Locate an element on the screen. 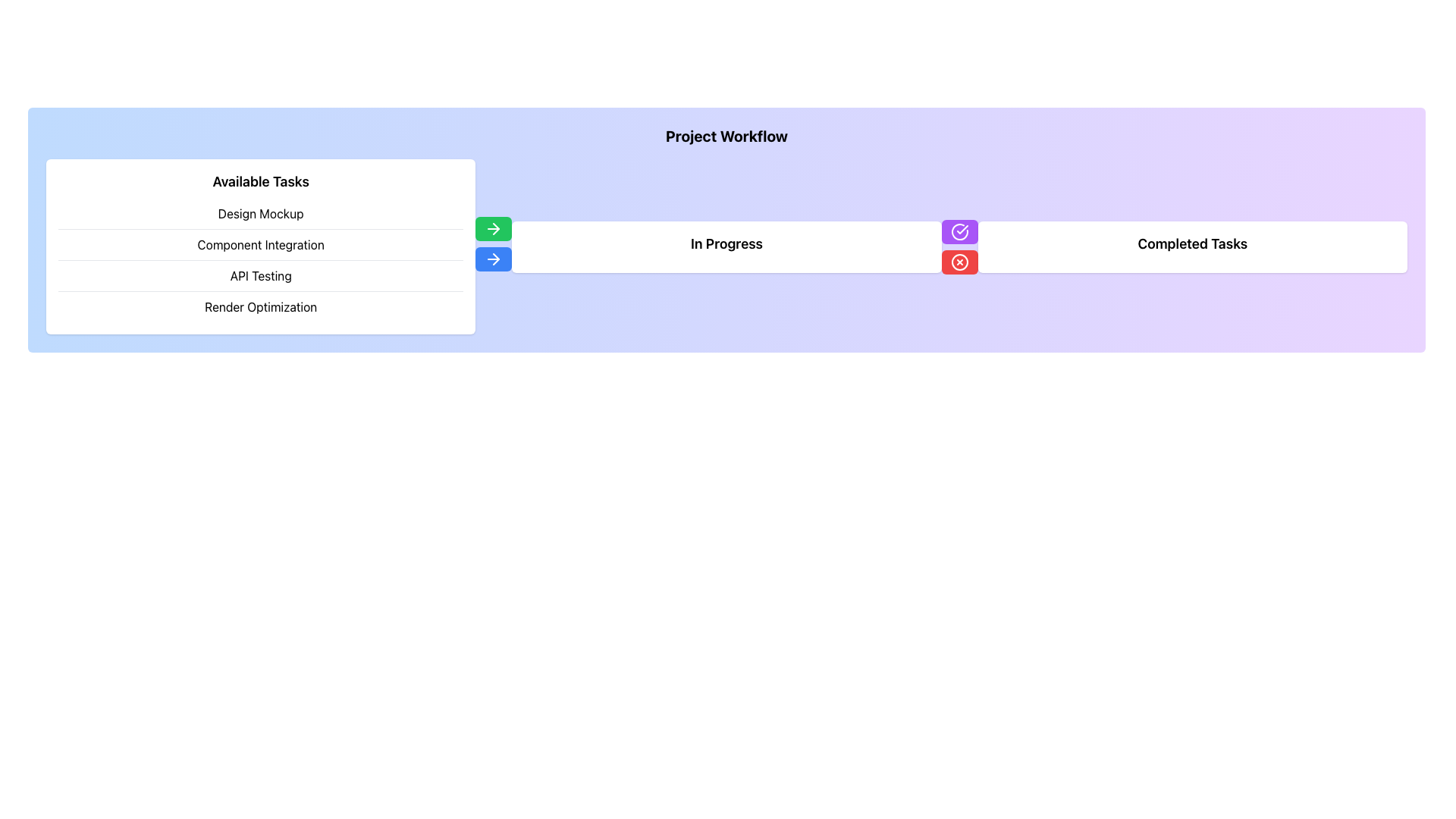  the right-pointing arrow icon located within a green button in the 'Available Tasks' section to move the task is located at coordinates (494, 228).